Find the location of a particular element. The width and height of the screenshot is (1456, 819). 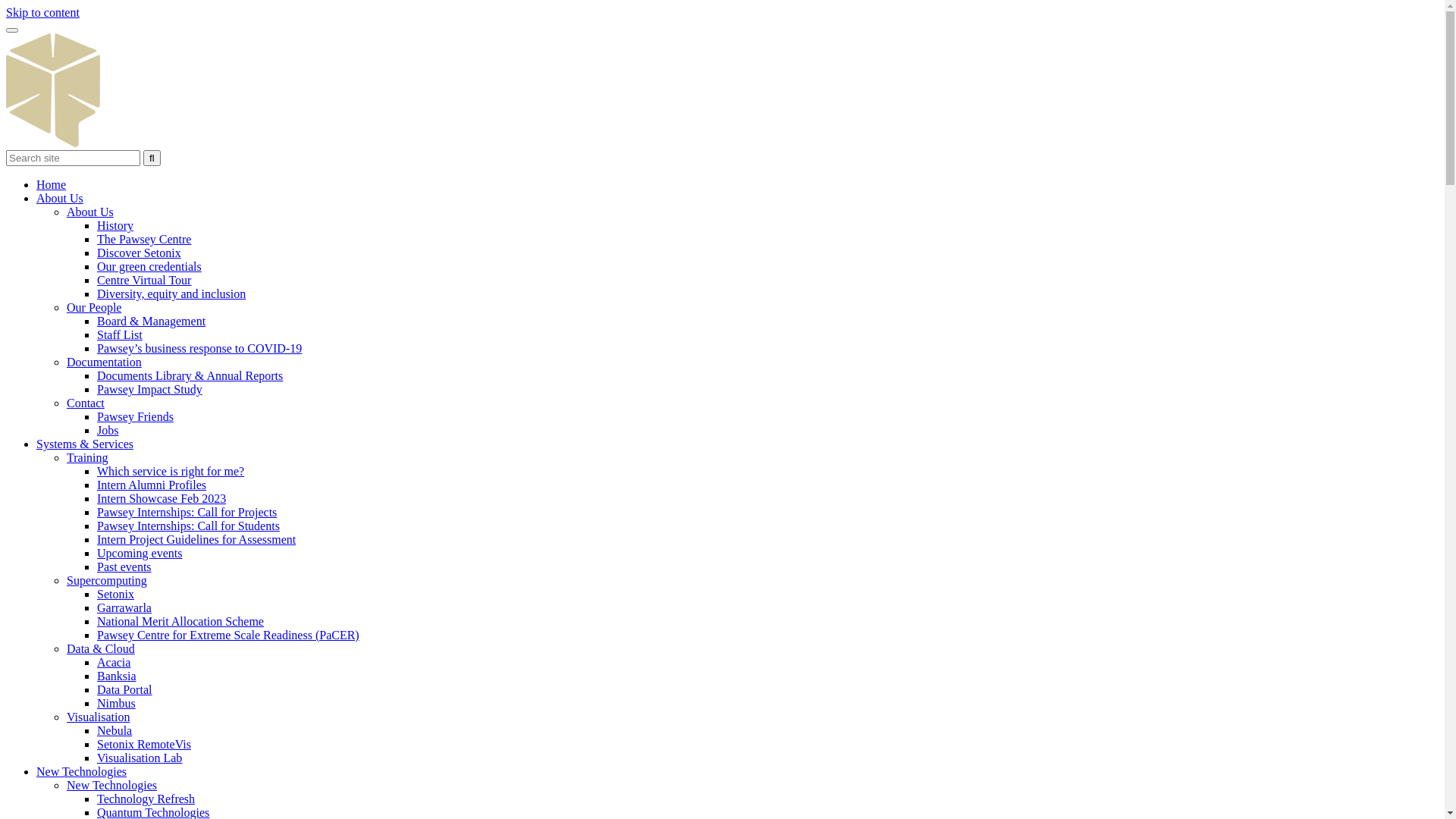

'Skip to content' is located at coordinates (42, 12).